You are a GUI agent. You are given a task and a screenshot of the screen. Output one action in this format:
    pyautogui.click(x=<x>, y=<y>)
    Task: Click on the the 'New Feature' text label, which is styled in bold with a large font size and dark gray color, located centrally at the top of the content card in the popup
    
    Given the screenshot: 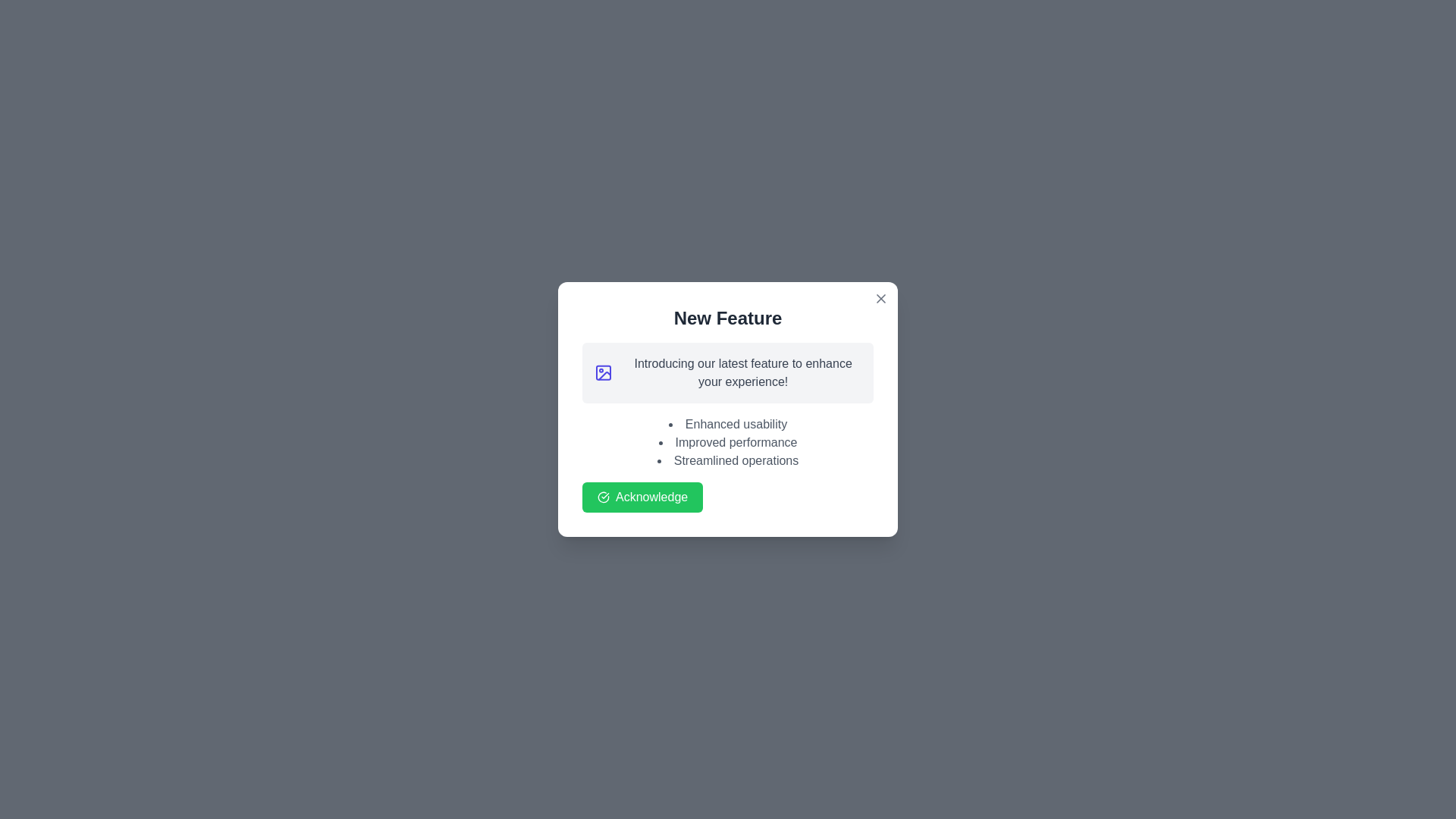 What is the action you would take?
    pyautogui.click(x=728, y=318)
    